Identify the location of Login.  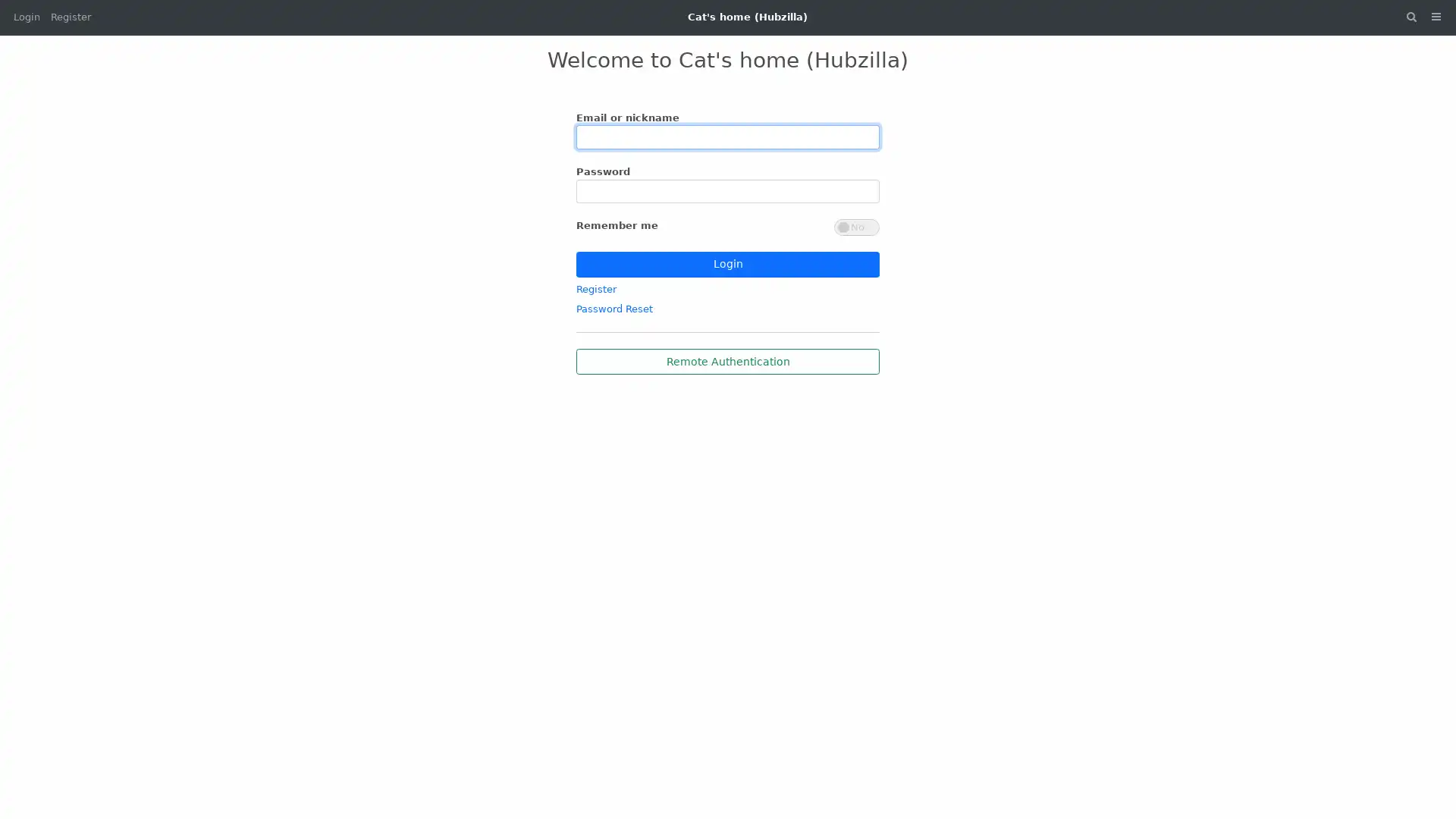
(728, 263).